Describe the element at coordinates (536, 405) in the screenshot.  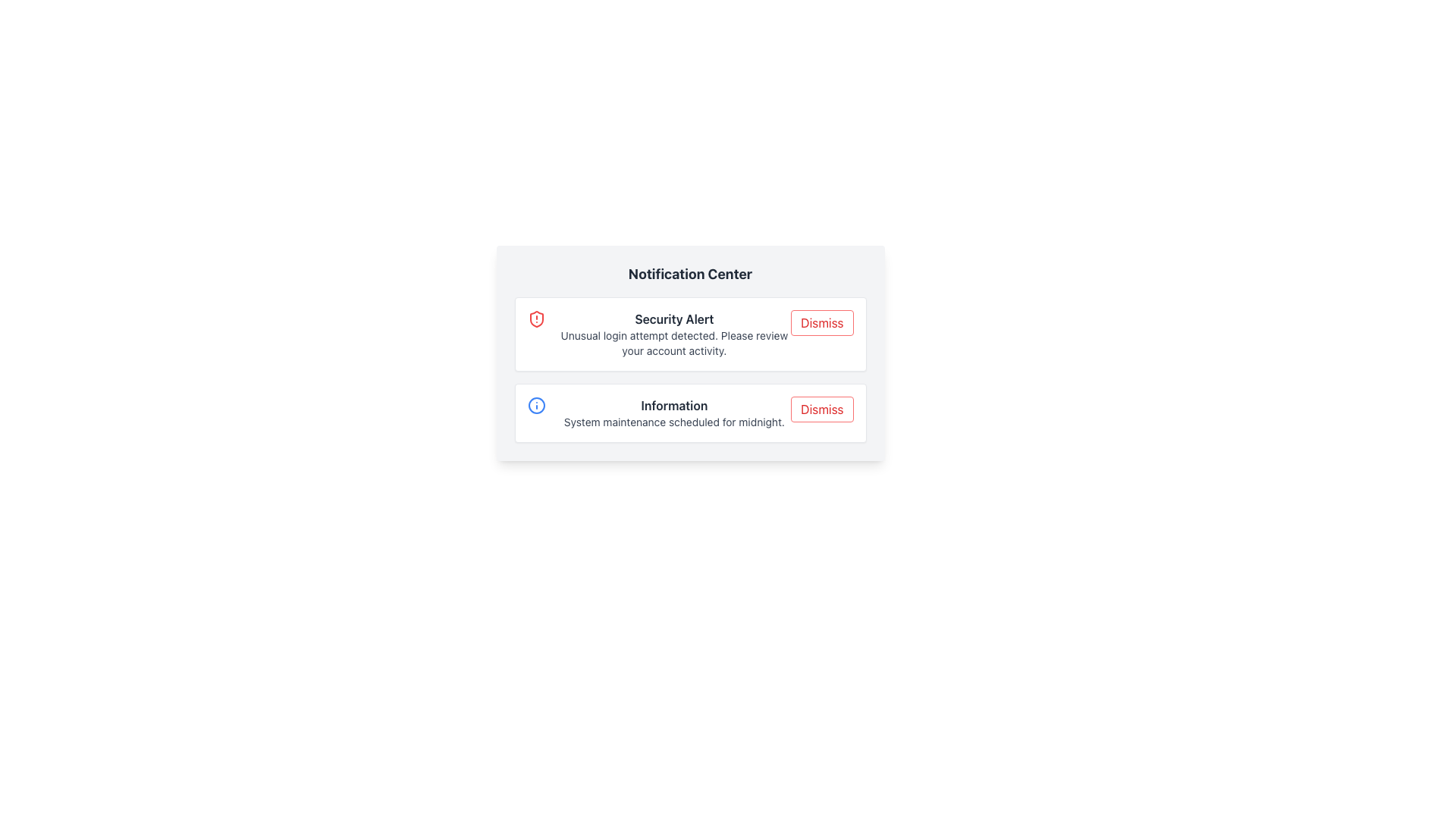
I see `the circular information icon with a blue outline and dot, located to the far left of the notification box labeled 'Information: System maintenance scheduled for midnight.'` at that location.